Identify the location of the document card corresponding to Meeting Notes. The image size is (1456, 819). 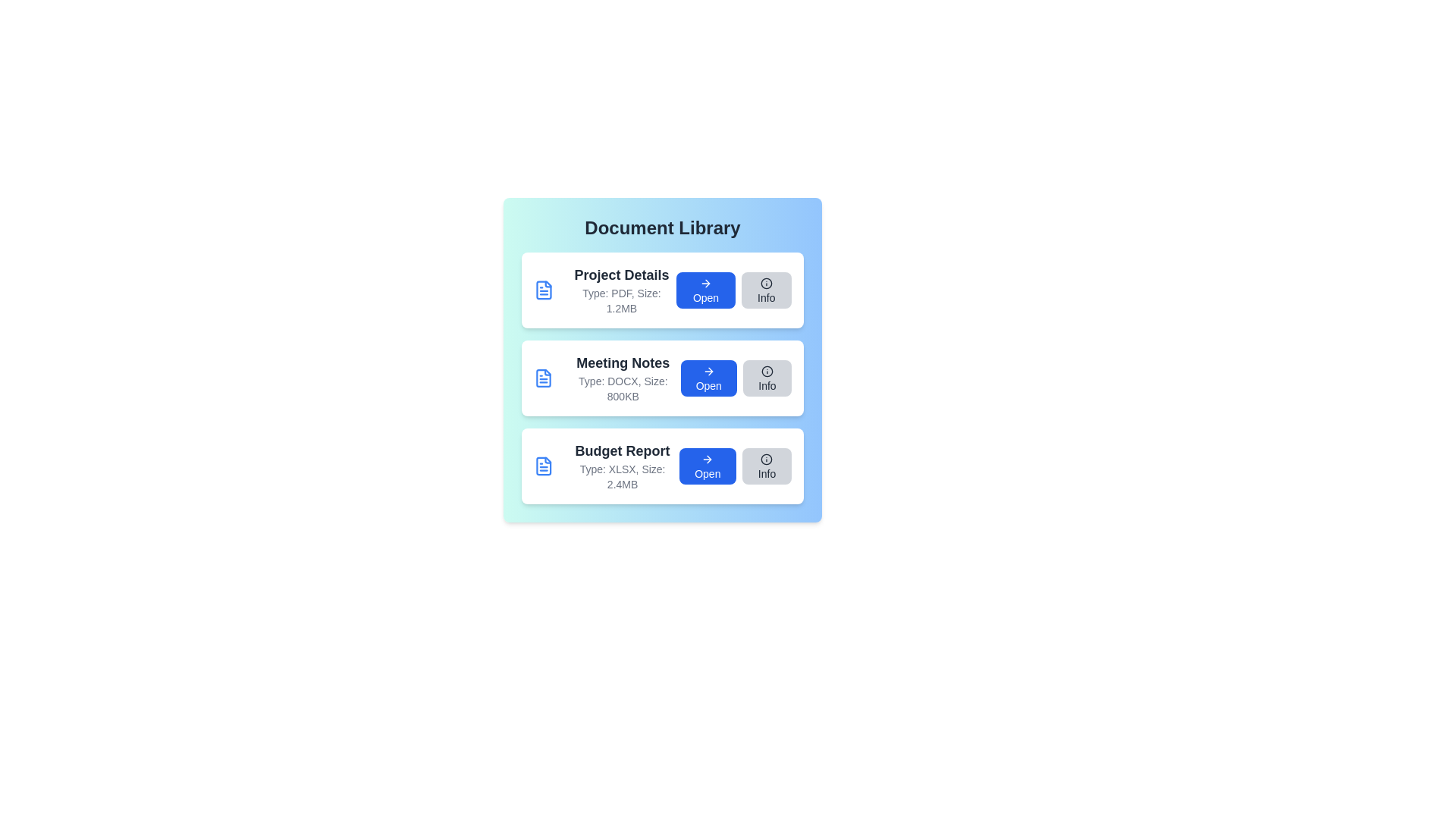
(662, 377).